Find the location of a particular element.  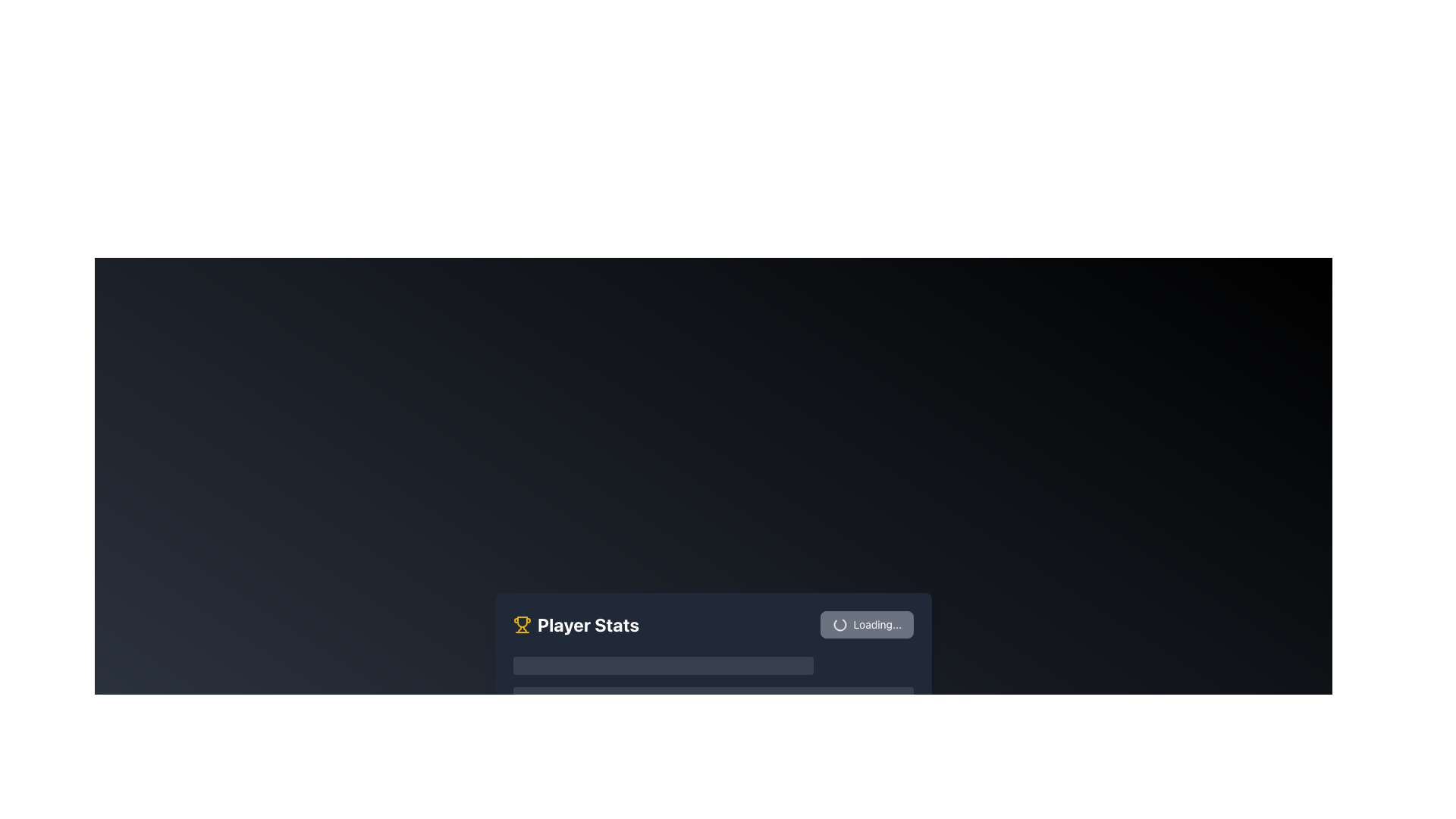

the rectangular button with rounded borders and a gray background that displays 'Loading...' is located at coordinates (867, 625).